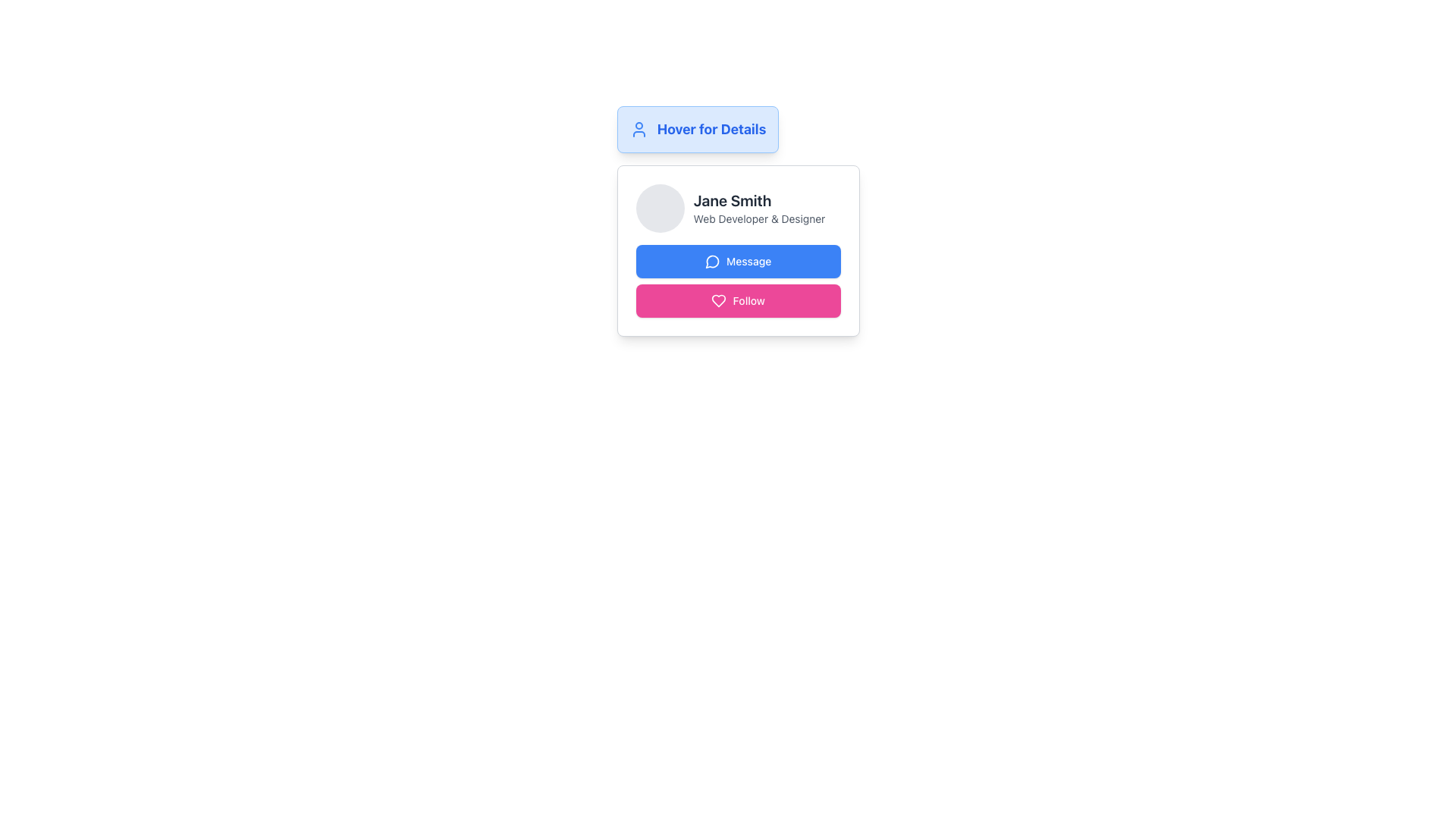  What do you see at coordinates (738, 301) in the screenshot?
I see `the 'Follow' button with a vibrant pink background and white text, located below the blue 'Message' button` at bounding box center [738, 301].